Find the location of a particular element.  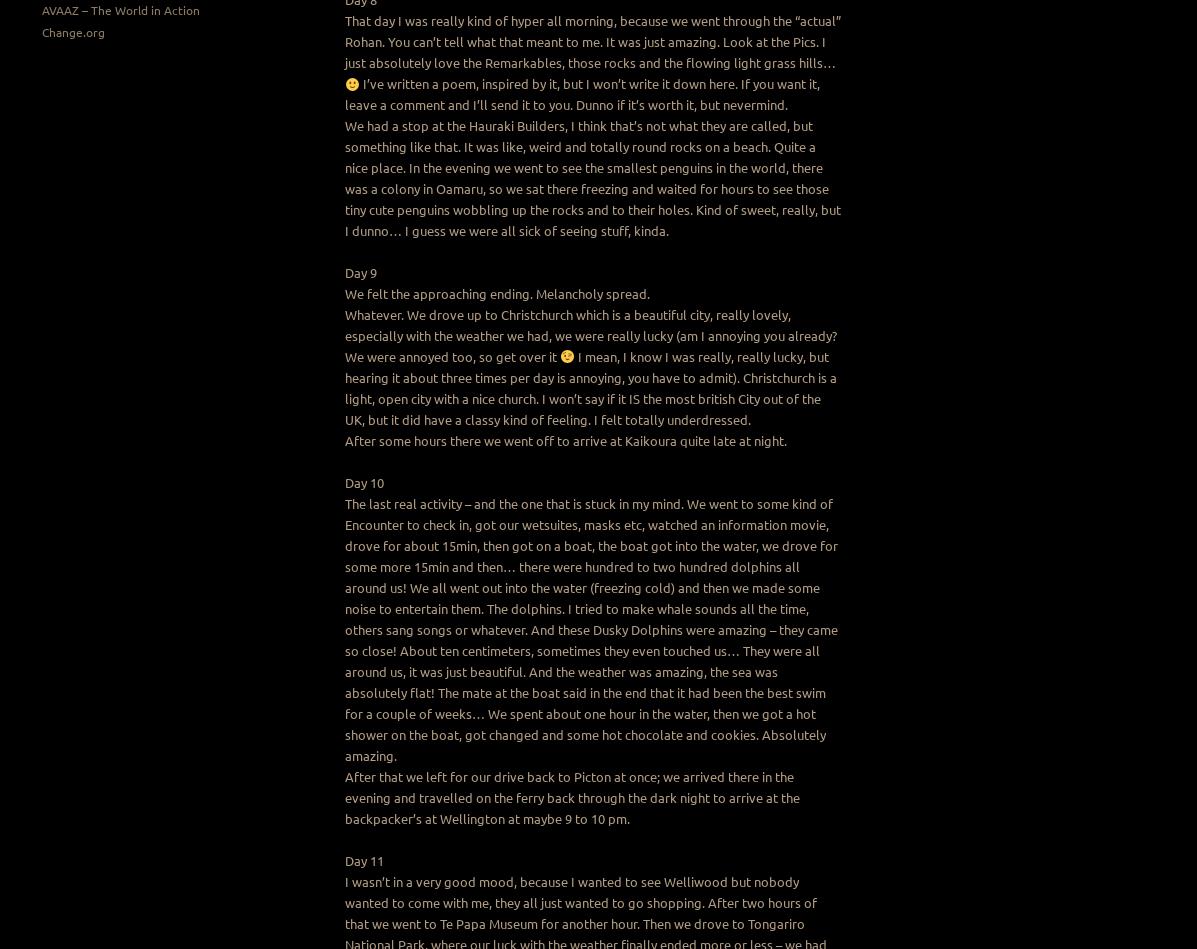

'I mean, I know I was really, really lucky, but hearing it about three times per day is annoying, you have to admit). Christchurch is a light, open city with a nice church. I won’t say if it IS the most british City out of the UK, but it did have a classy kind of feeling. I felt totally underdressed.' is located at coordinates (590, 388).